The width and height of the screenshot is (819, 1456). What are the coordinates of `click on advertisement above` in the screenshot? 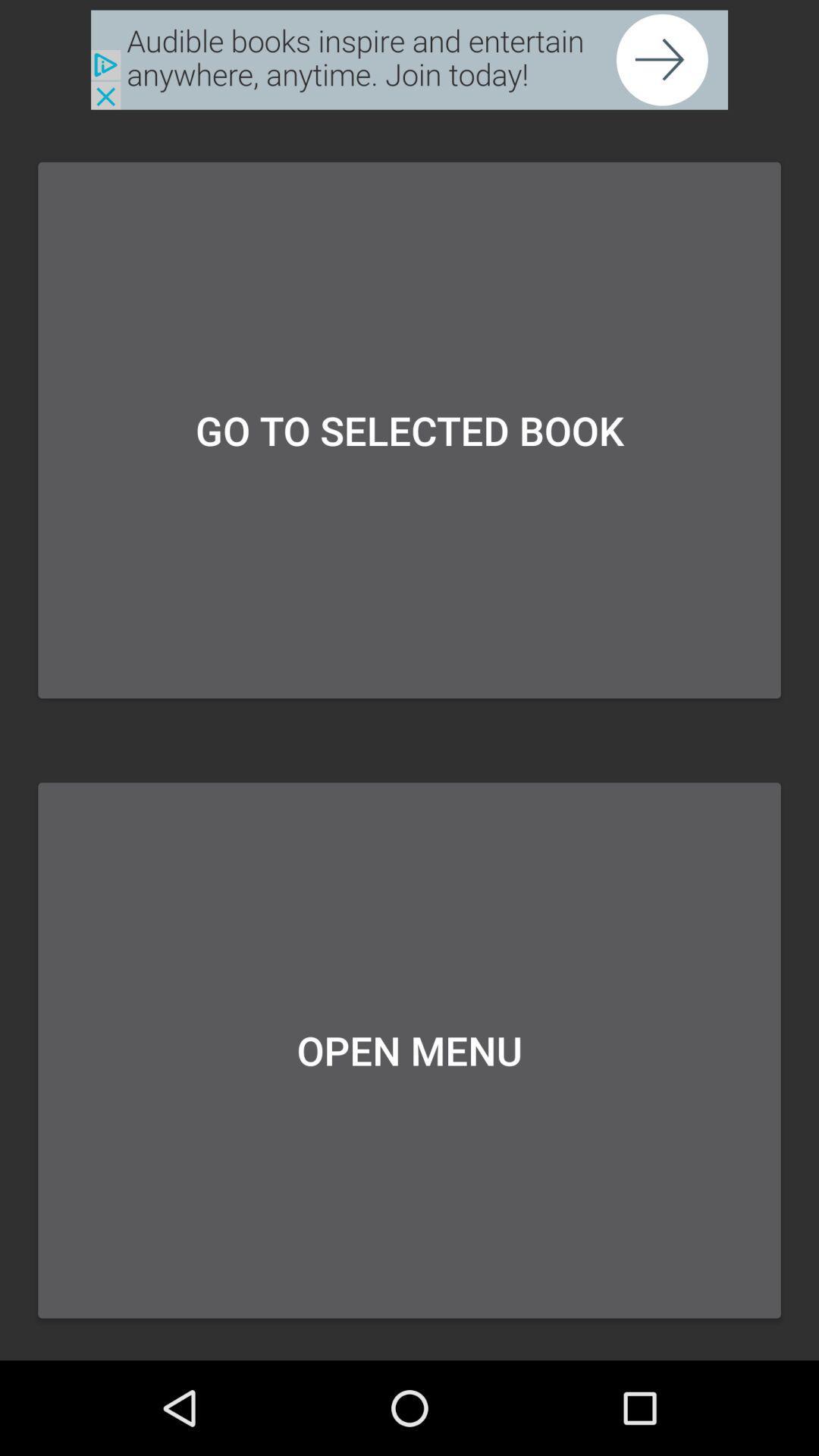 It's located at (409, 60).